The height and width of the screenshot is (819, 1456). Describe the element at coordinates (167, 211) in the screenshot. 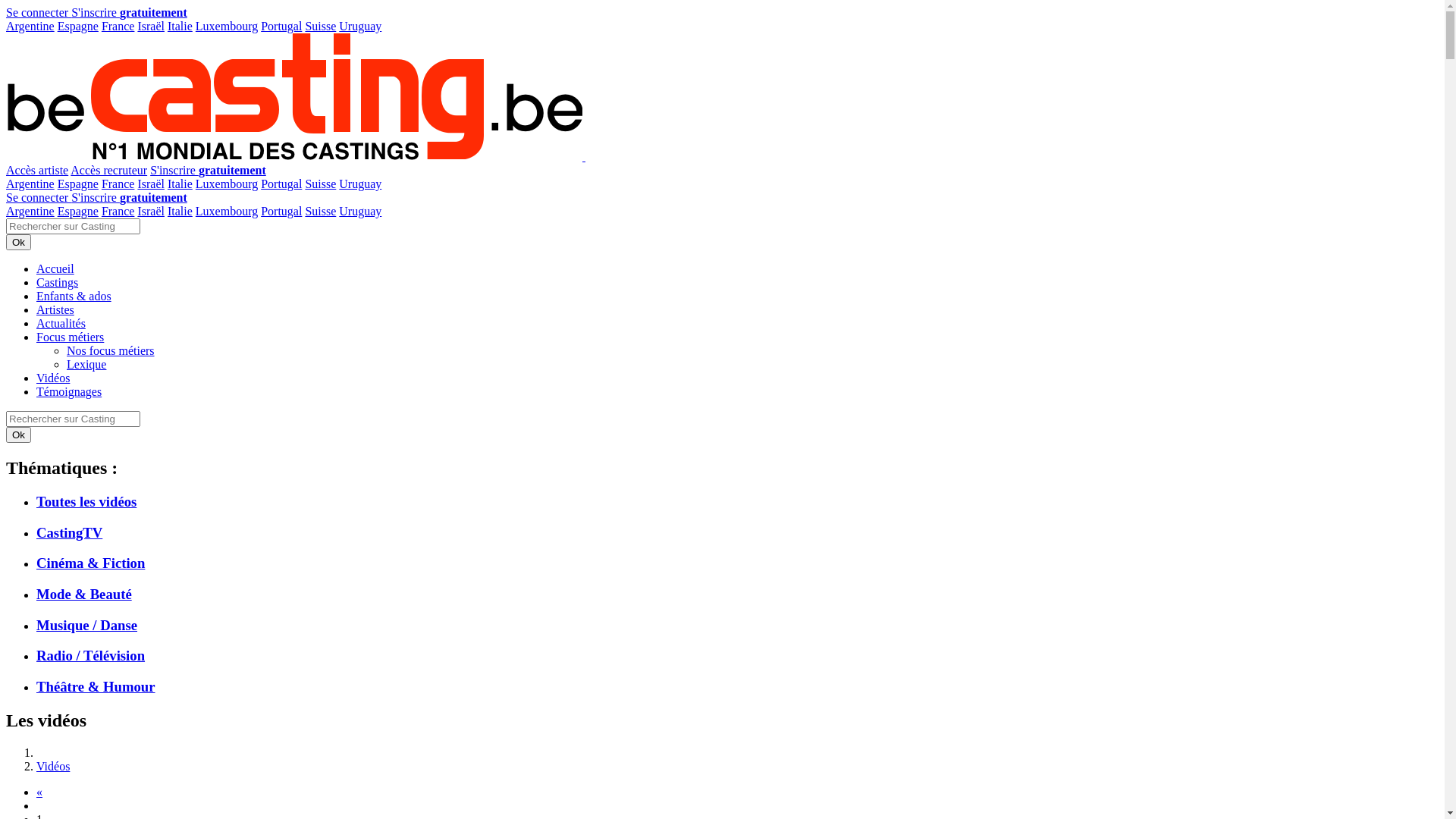

I see `'Italie'` at that location.